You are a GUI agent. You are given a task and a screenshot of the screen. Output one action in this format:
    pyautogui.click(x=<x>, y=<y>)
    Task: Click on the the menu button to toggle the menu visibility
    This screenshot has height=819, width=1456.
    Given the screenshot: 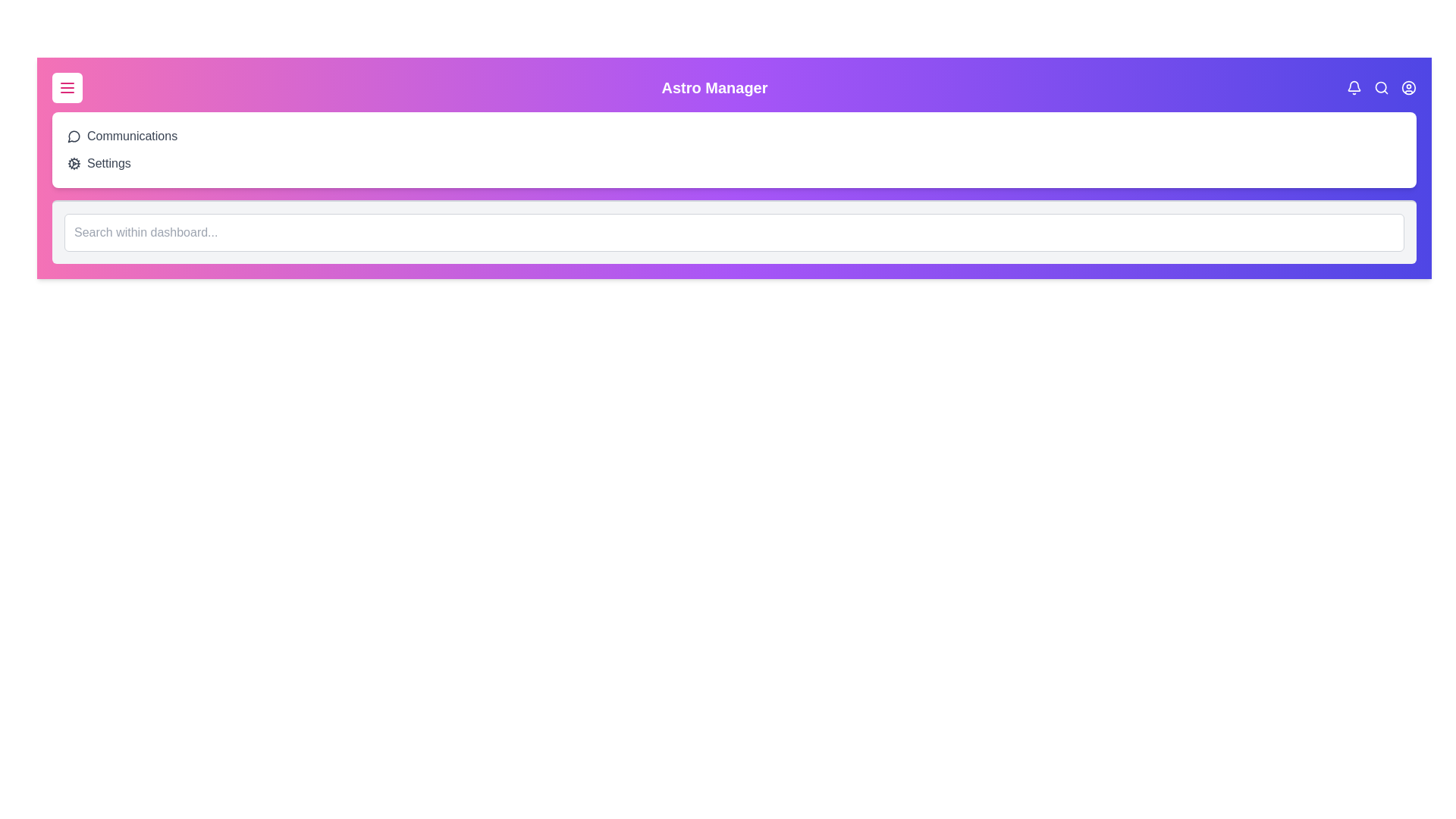 What is the action you would take?
    pyautogui.click(x=67, y=87)
    